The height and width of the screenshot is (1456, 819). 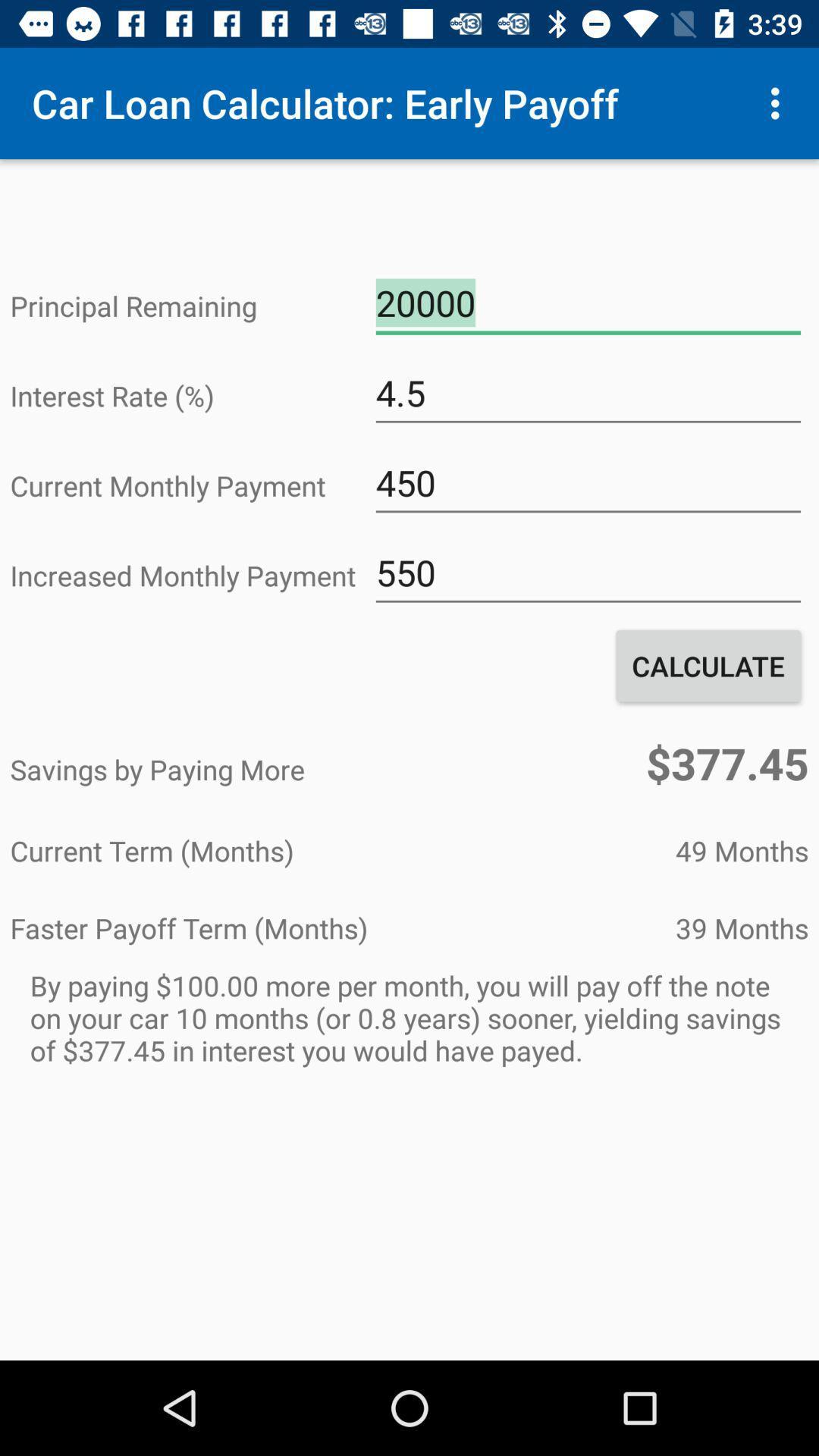 What do you see at coordinates (587, 482) in the screenshot?
I see `450 icon` at bounding box center [587, 482].